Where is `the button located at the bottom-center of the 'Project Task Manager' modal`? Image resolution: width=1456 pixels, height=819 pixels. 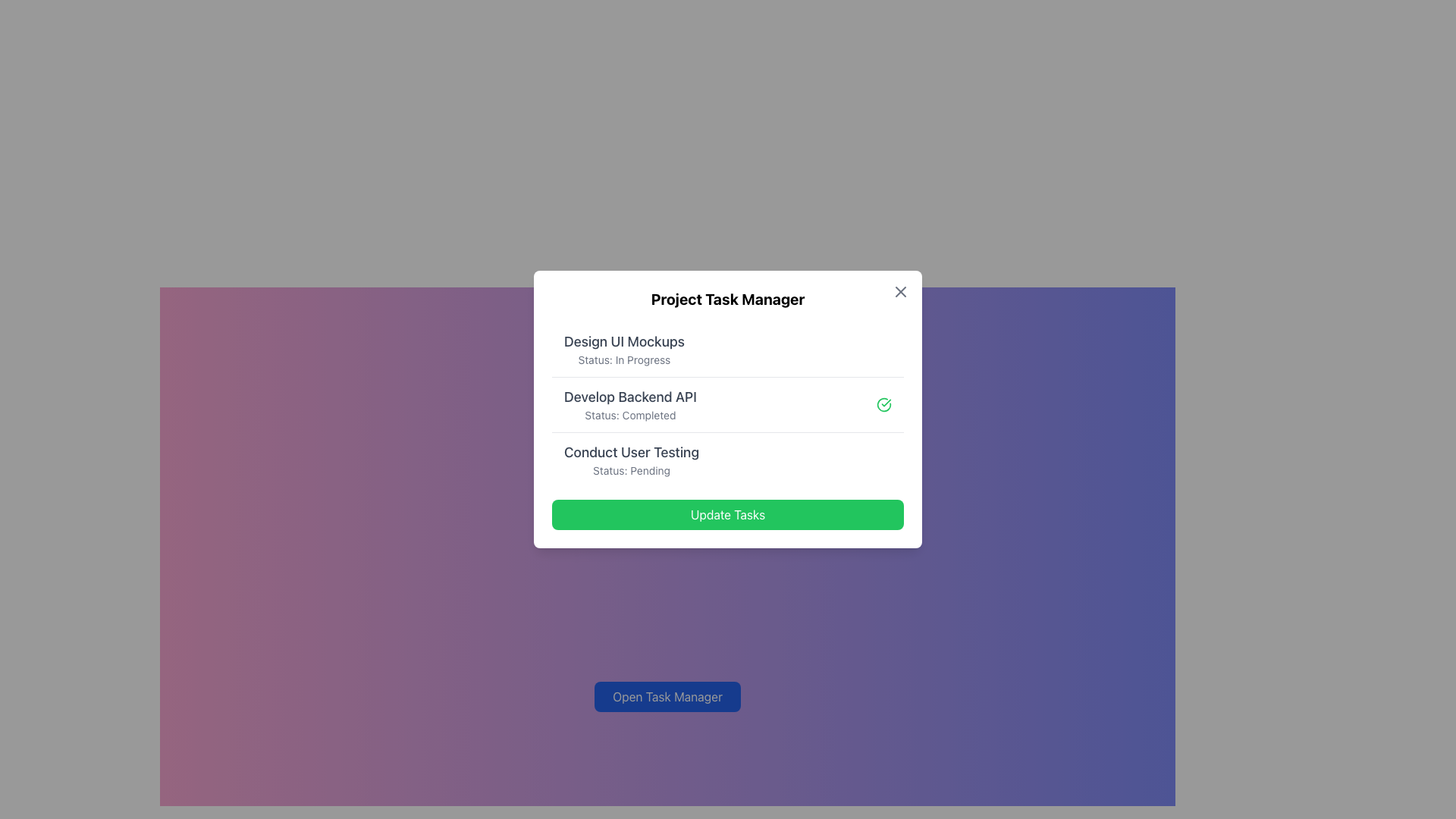
the button located at the bottom-center of the 'Project Task Manager' modal is located at coordinates (728, 513).